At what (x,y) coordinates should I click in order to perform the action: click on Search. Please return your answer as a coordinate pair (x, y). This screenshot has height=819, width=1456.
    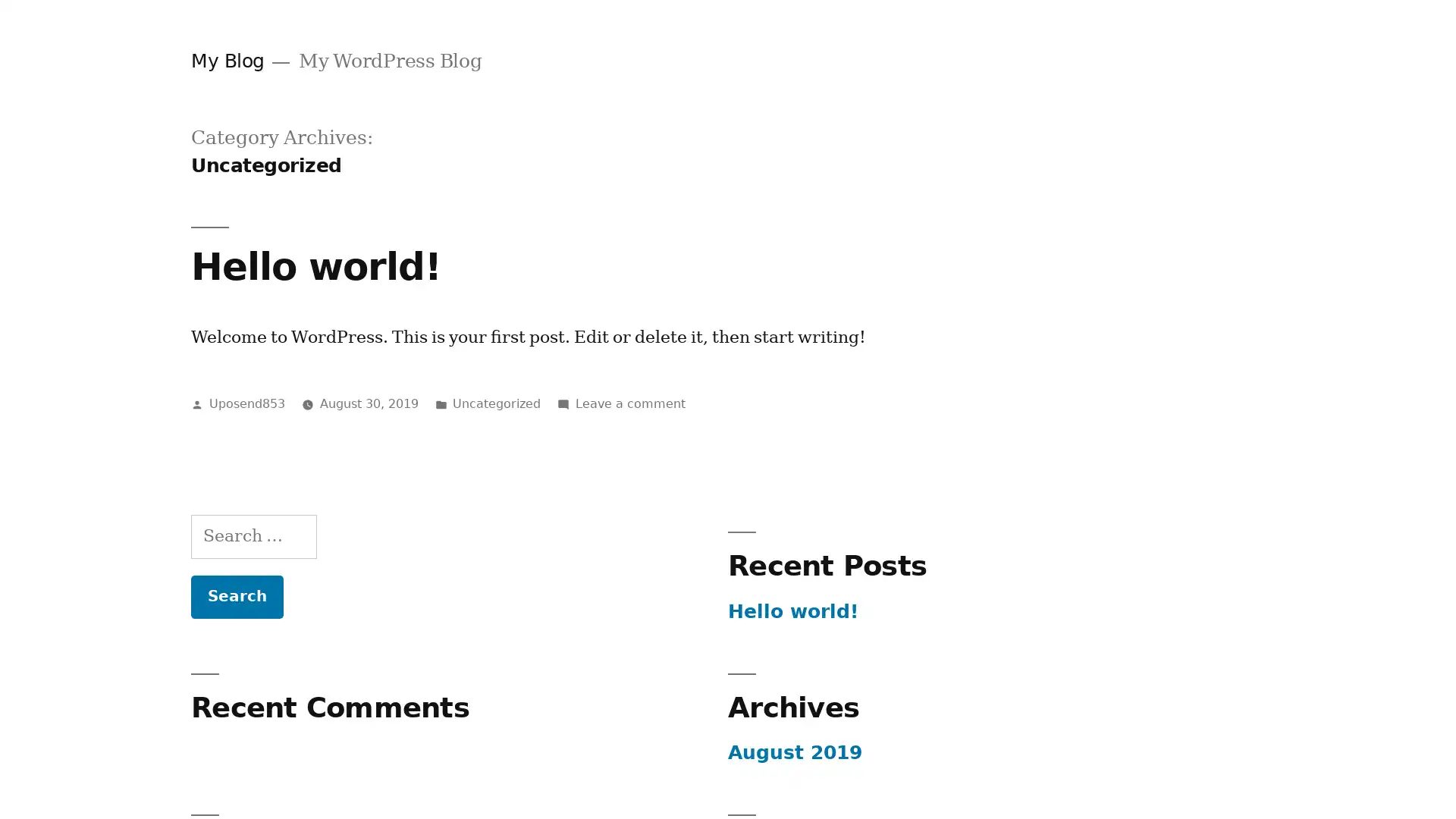
    Looking at the image, I should click on (236, 595).